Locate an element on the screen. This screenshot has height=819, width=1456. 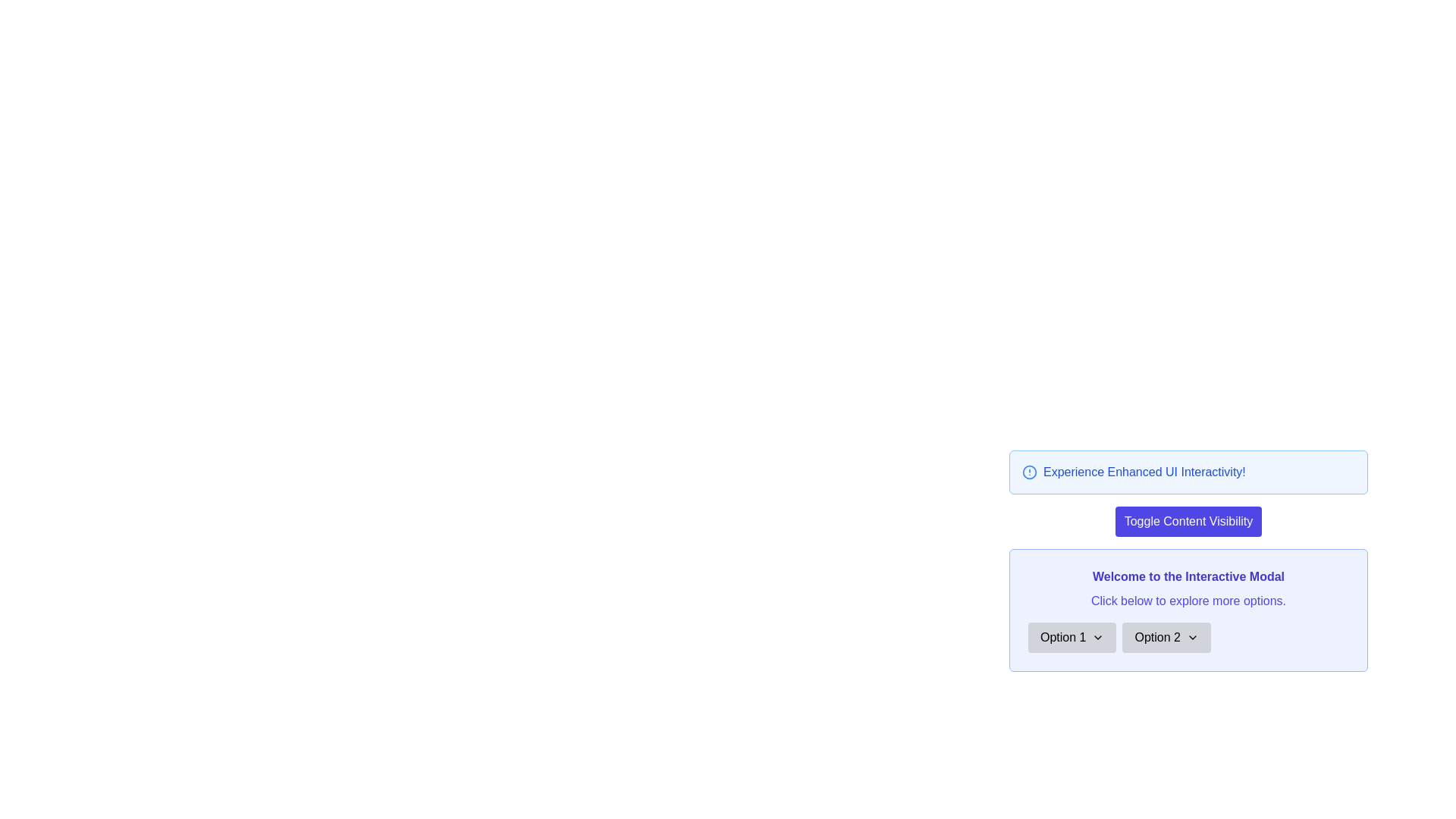
the second button in the horizontal group labeled 'Option 2' is located at coordinates (1166, 637).